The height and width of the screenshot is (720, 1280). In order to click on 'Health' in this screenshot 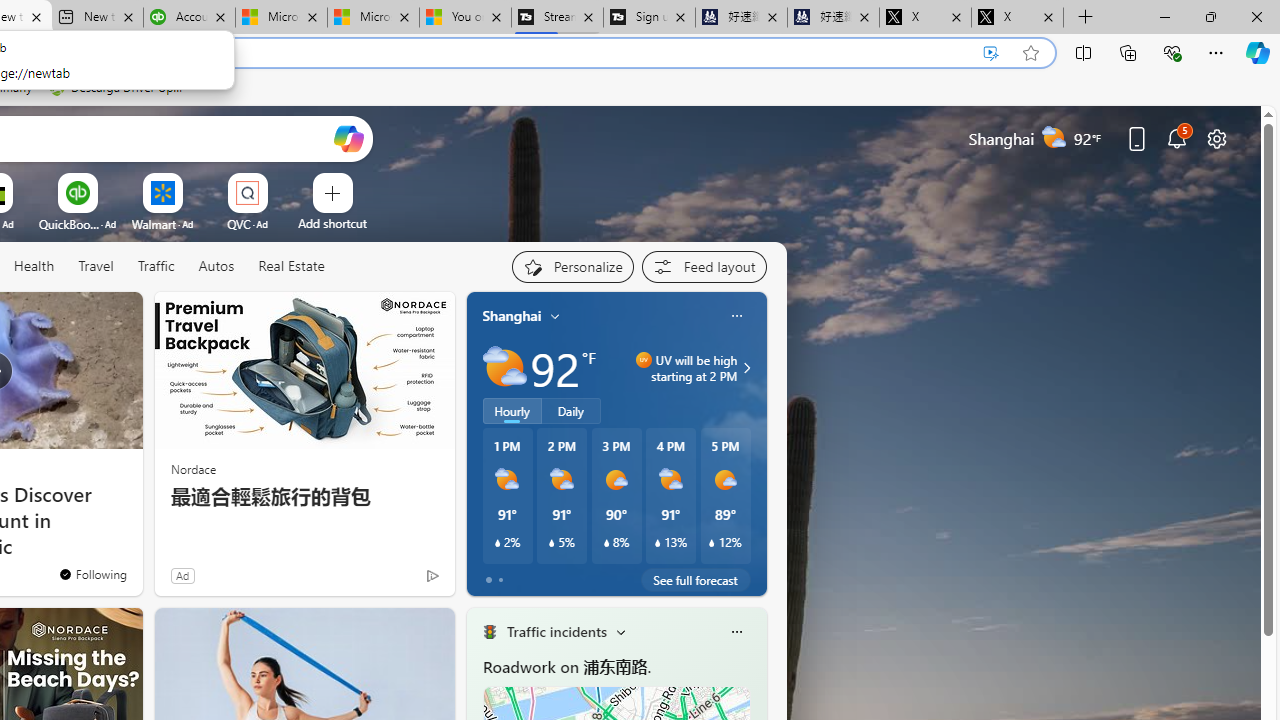, I will do `click(33, 266)`.